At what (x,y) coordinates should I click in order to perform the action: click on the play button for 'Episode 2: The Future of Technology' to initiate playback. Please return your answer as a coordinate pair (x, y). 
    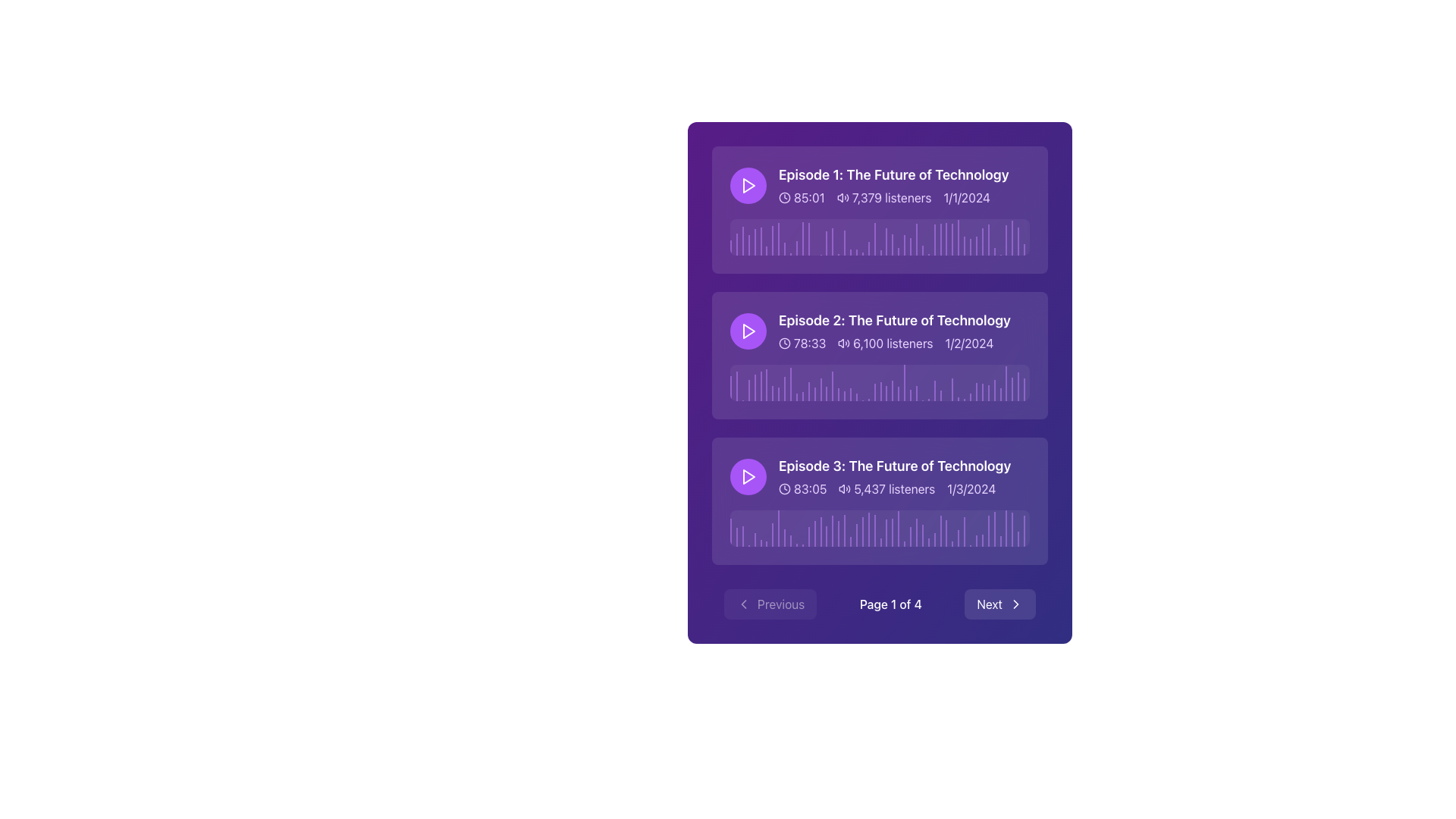
    Looking at the image, I should click on (748, 330).